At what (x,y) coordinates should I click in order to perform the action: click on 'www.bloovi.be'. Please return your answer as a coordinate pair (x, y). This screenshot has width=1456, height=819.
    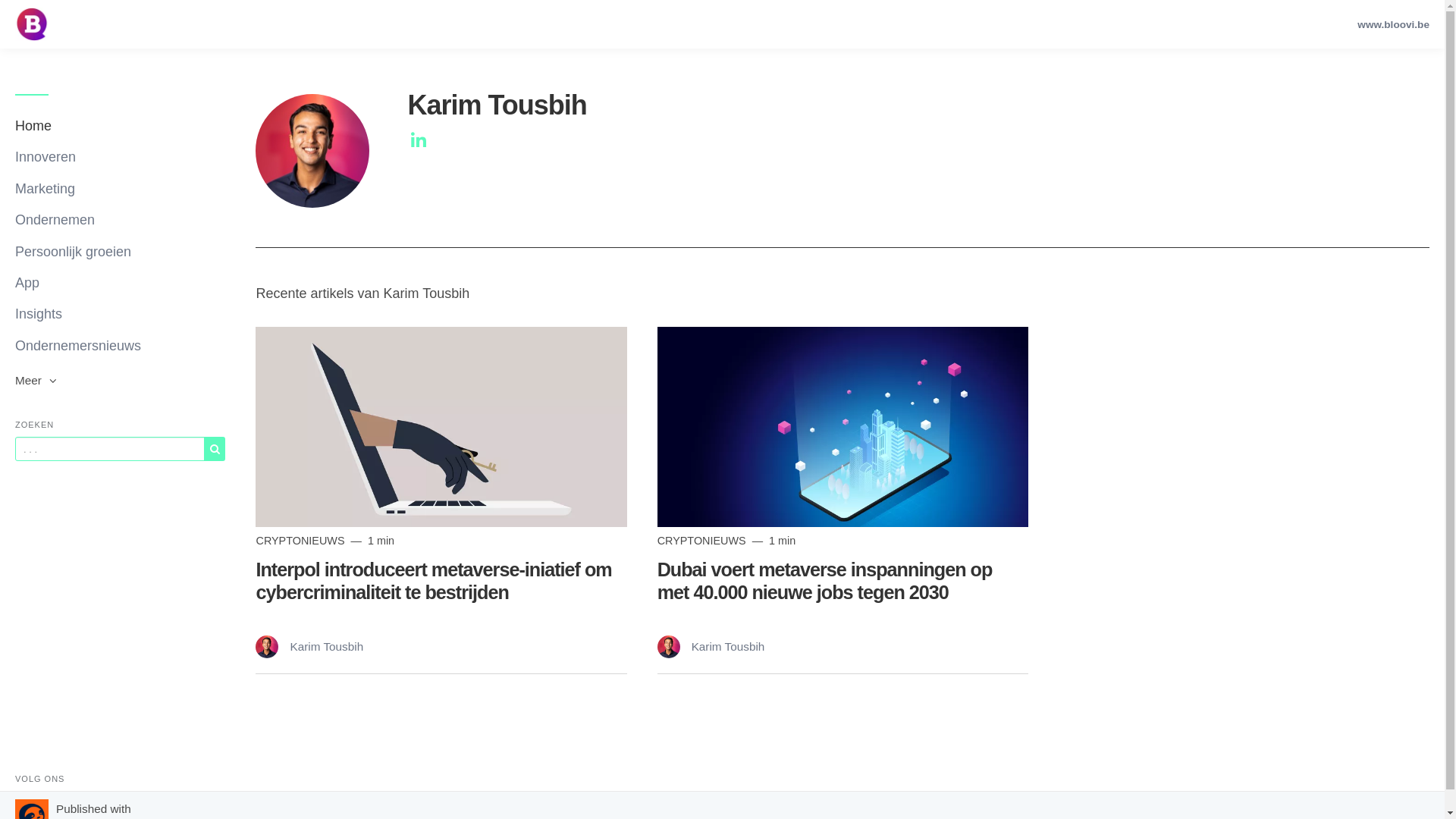
    Looking at the image, I should click on (1350, 24).